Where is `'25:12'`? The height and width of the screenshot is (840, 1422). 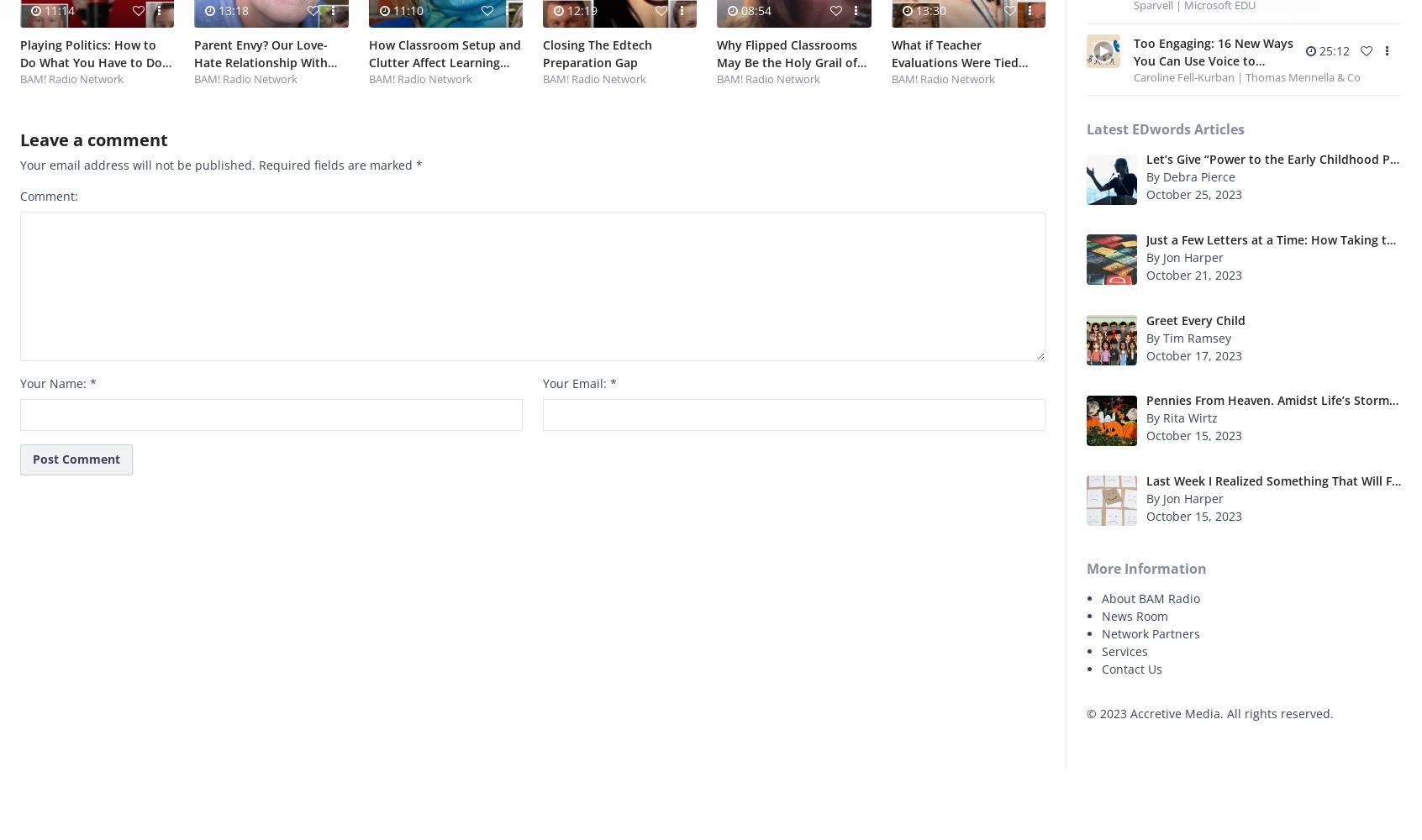 '25:12' is located at coordinates (1332, 50).